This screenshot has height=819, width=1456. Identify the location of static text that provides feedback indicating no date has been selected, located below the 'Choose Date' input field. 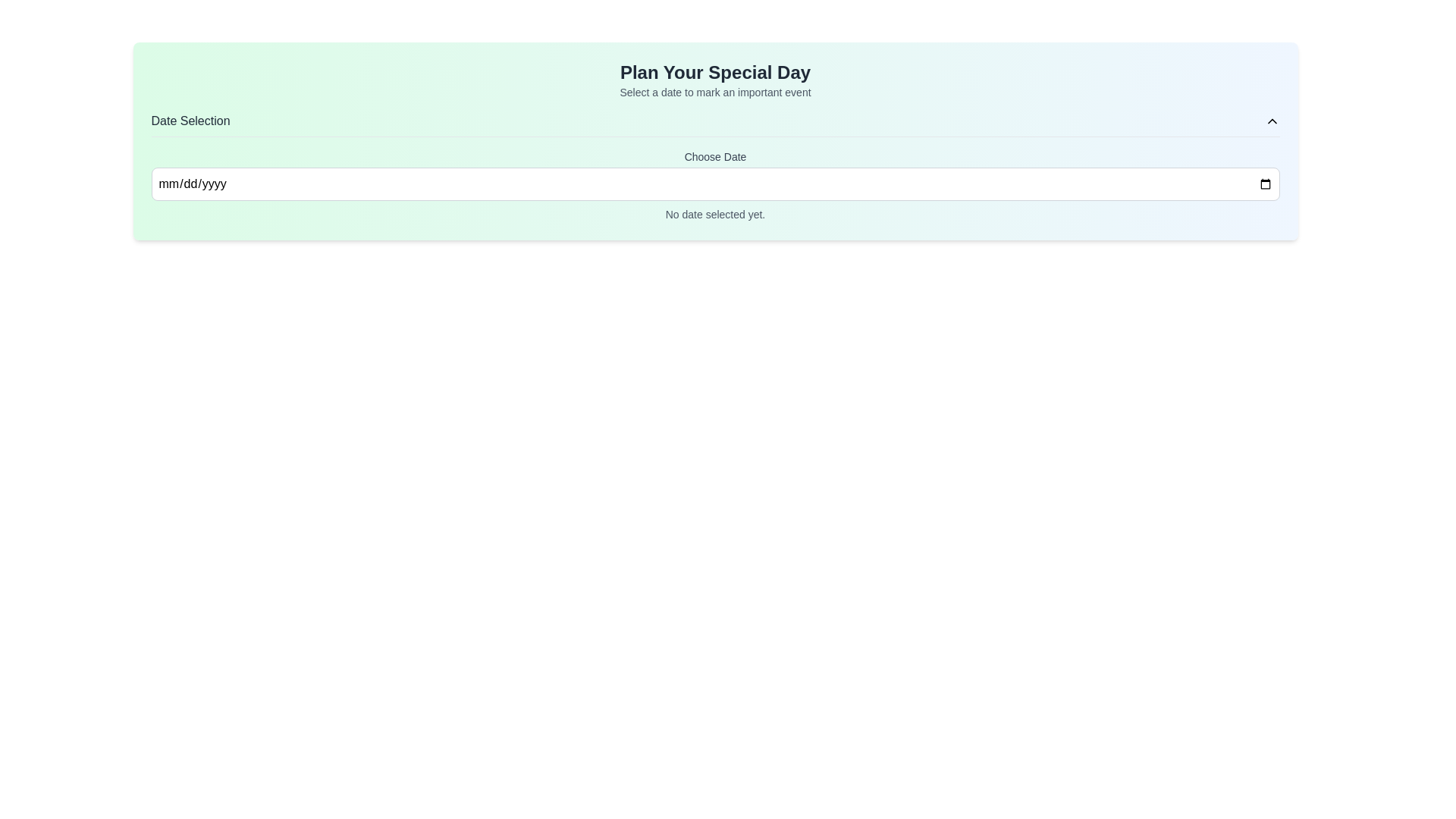
(714, 214).